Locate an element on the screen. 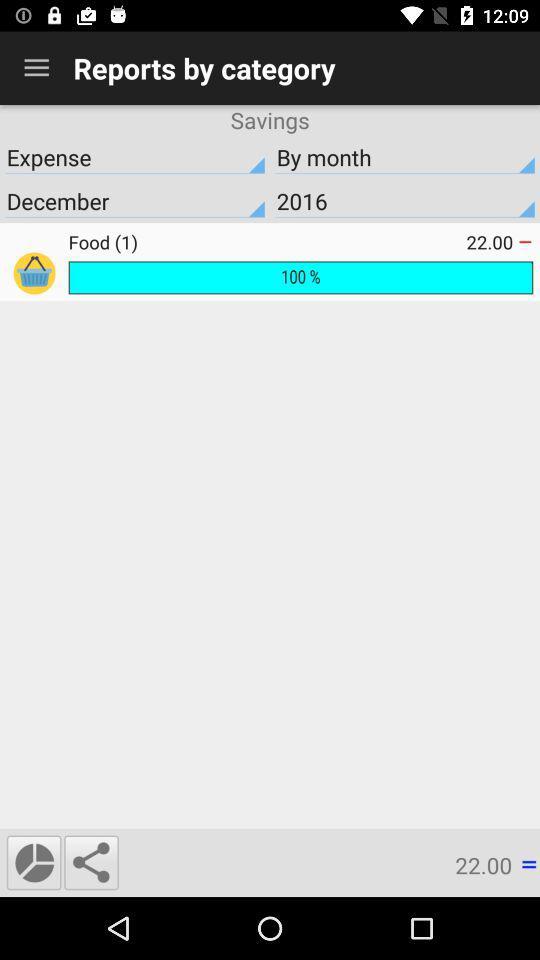  the share icon is located at coordinates (90, 861).